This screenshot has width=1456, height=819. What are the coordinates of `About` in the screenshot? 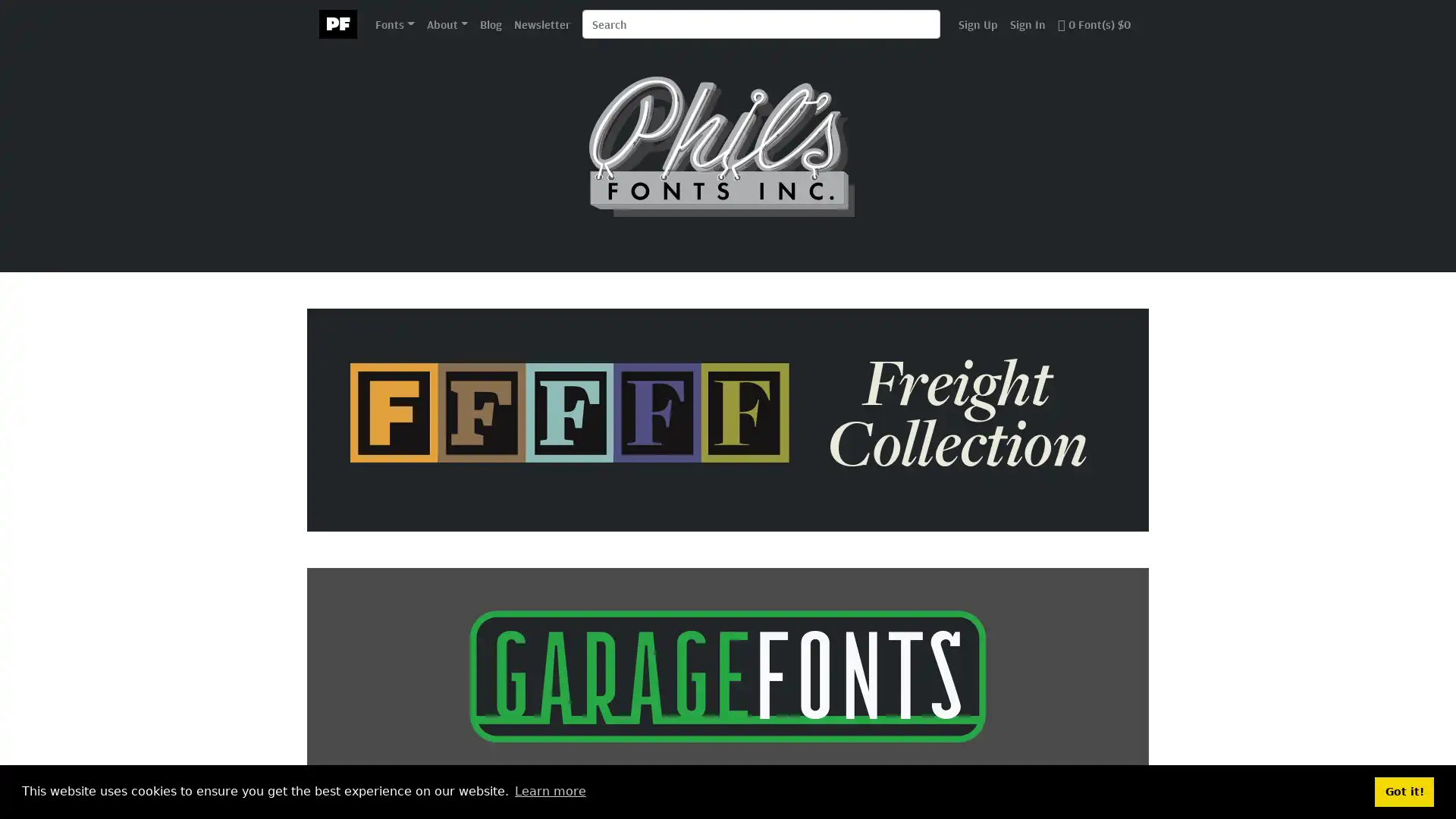 It's located at (446, 23).